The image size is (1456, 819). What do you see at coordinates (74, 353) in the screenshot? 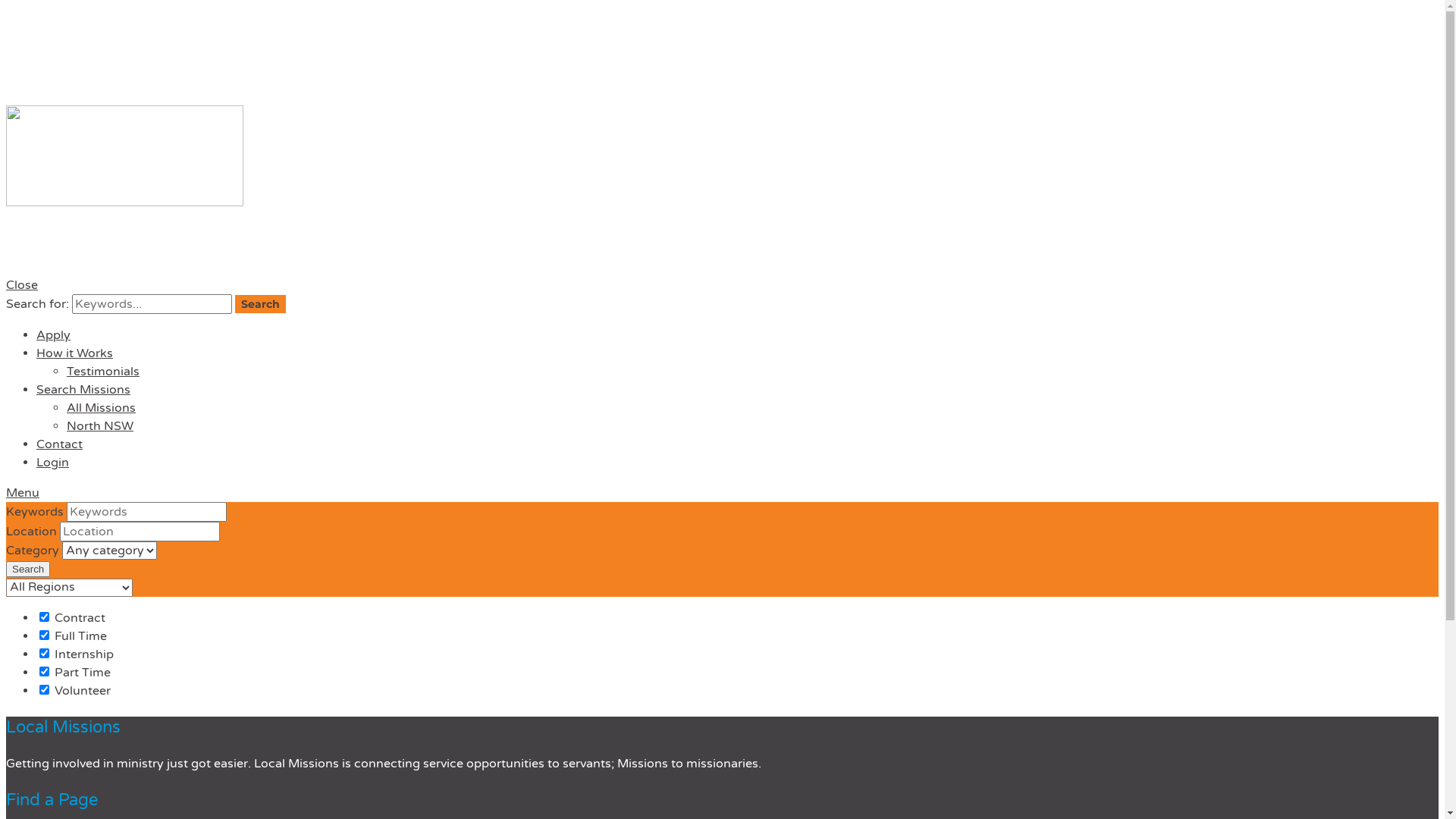
I see `'How it Works'` at bounding box center [74, 353].